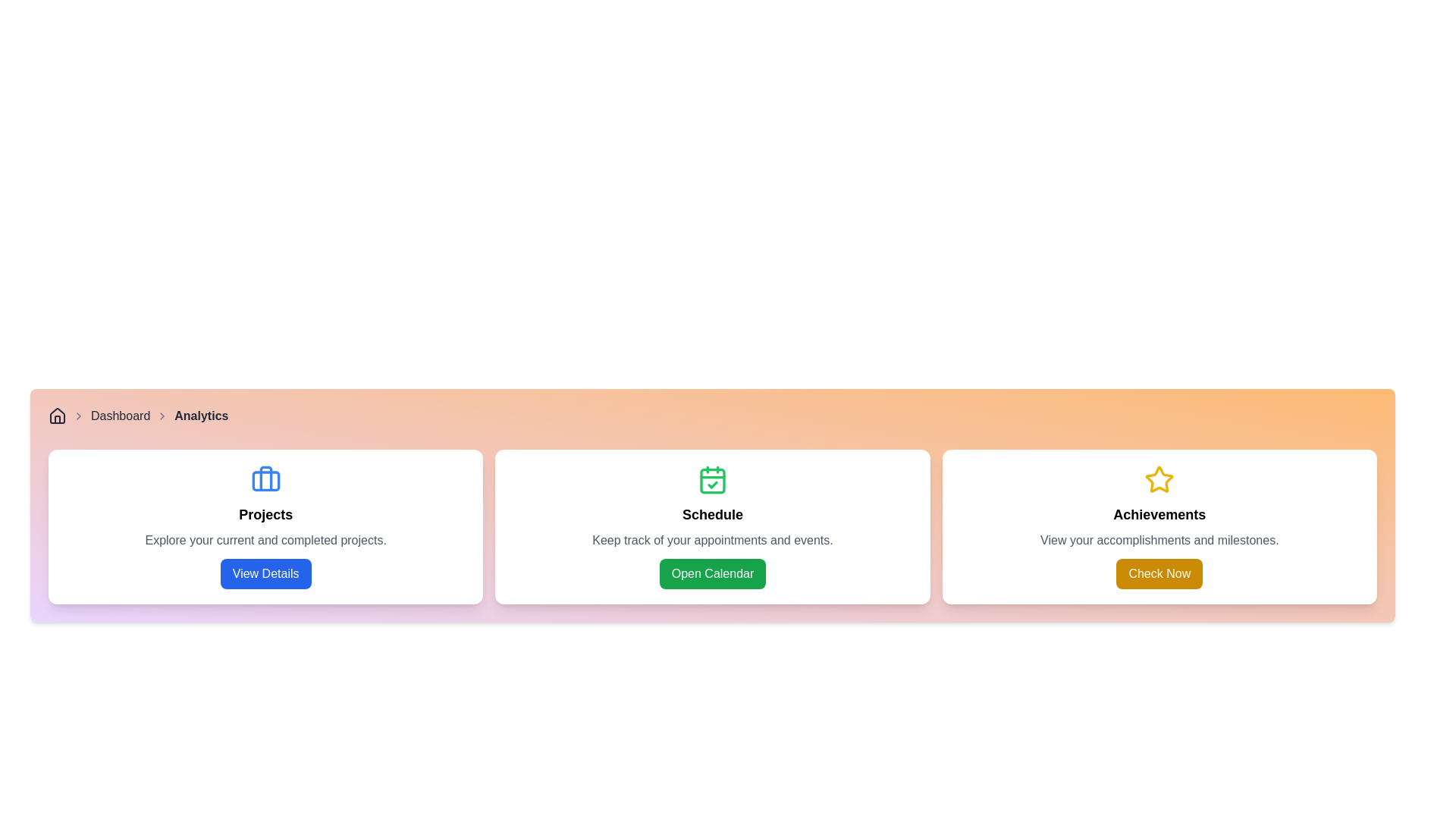 This screenshot has height=819, width=1456. What do you see at coordinates (1159, 573) in the screenshot?
I see `the rectangular button with a yellow background and white text 'Check Now' located at the bottom of the 'Achievements' card to trigger the hover effect` at bounding box center [1159, 573].